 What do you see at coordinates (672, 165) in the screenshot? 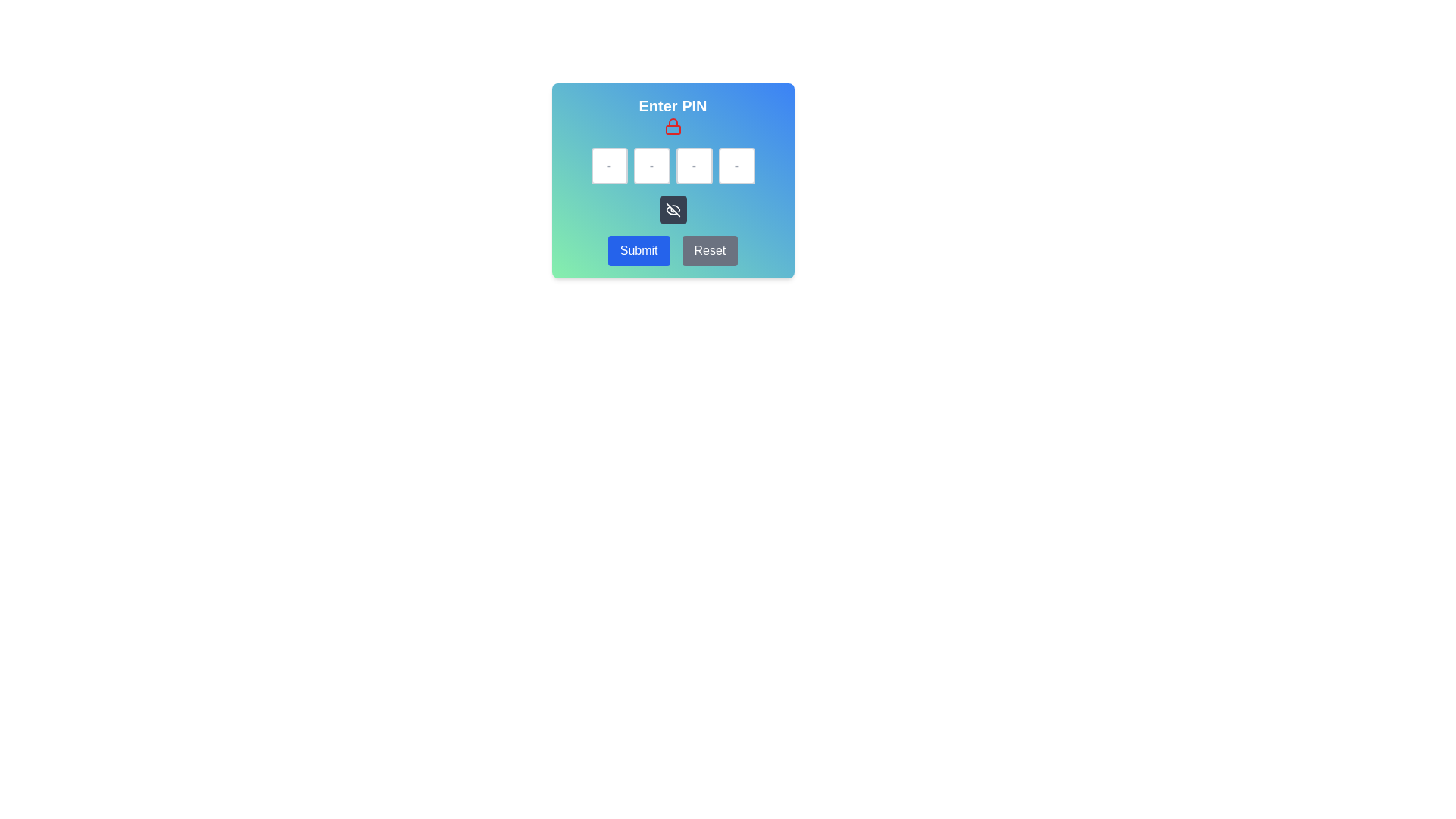
I see `each of the four password input fields in the row to focus on them, starting from the leftmost box` at bounding box center [672, 165].